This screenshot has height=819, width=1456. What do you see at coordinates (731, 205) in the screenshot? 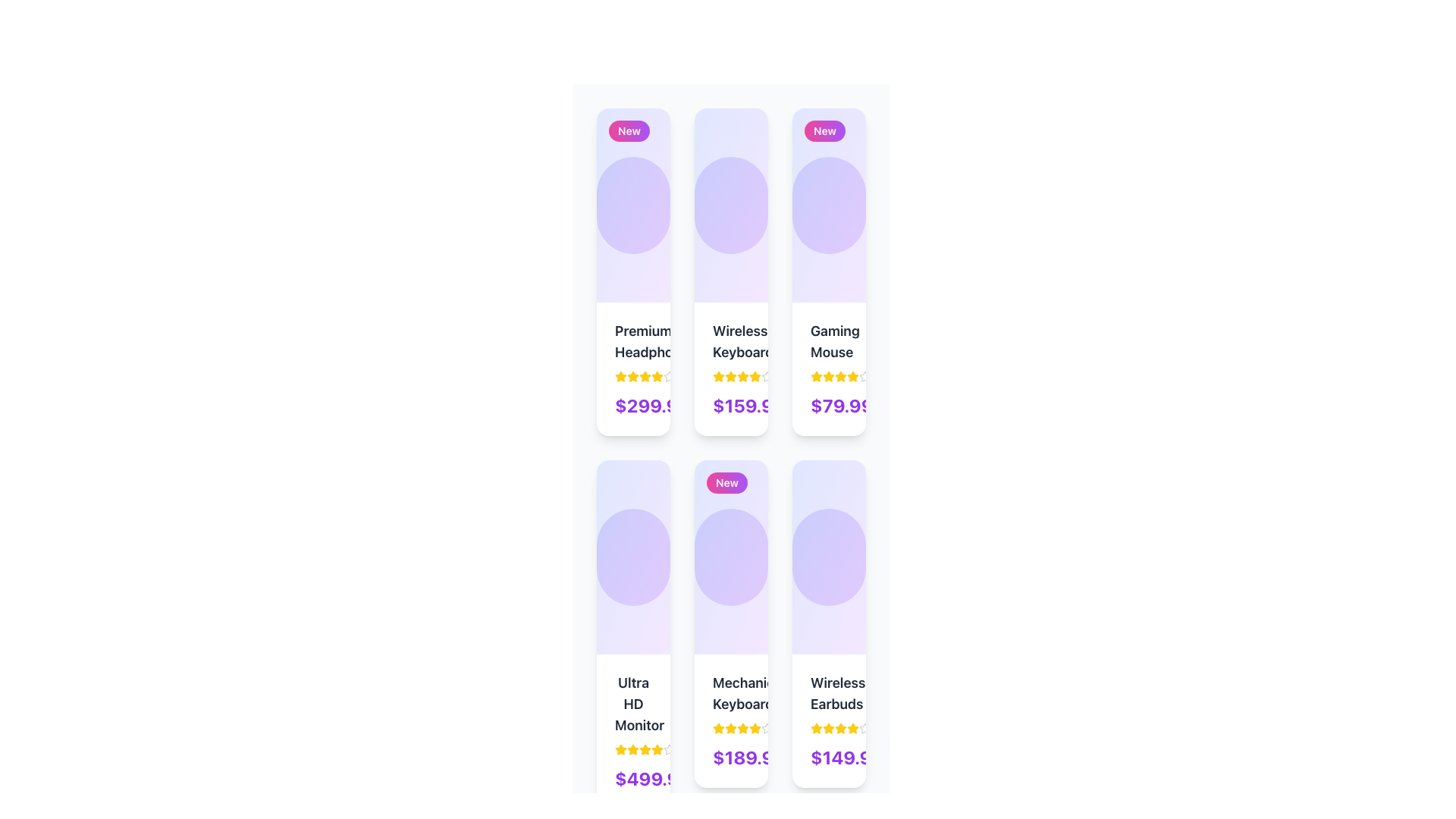
I see `the decorative visual element located at the center of the vertical card-like UI component in the middle column of a 3-column grid layout` at bounding box center [731, 205].